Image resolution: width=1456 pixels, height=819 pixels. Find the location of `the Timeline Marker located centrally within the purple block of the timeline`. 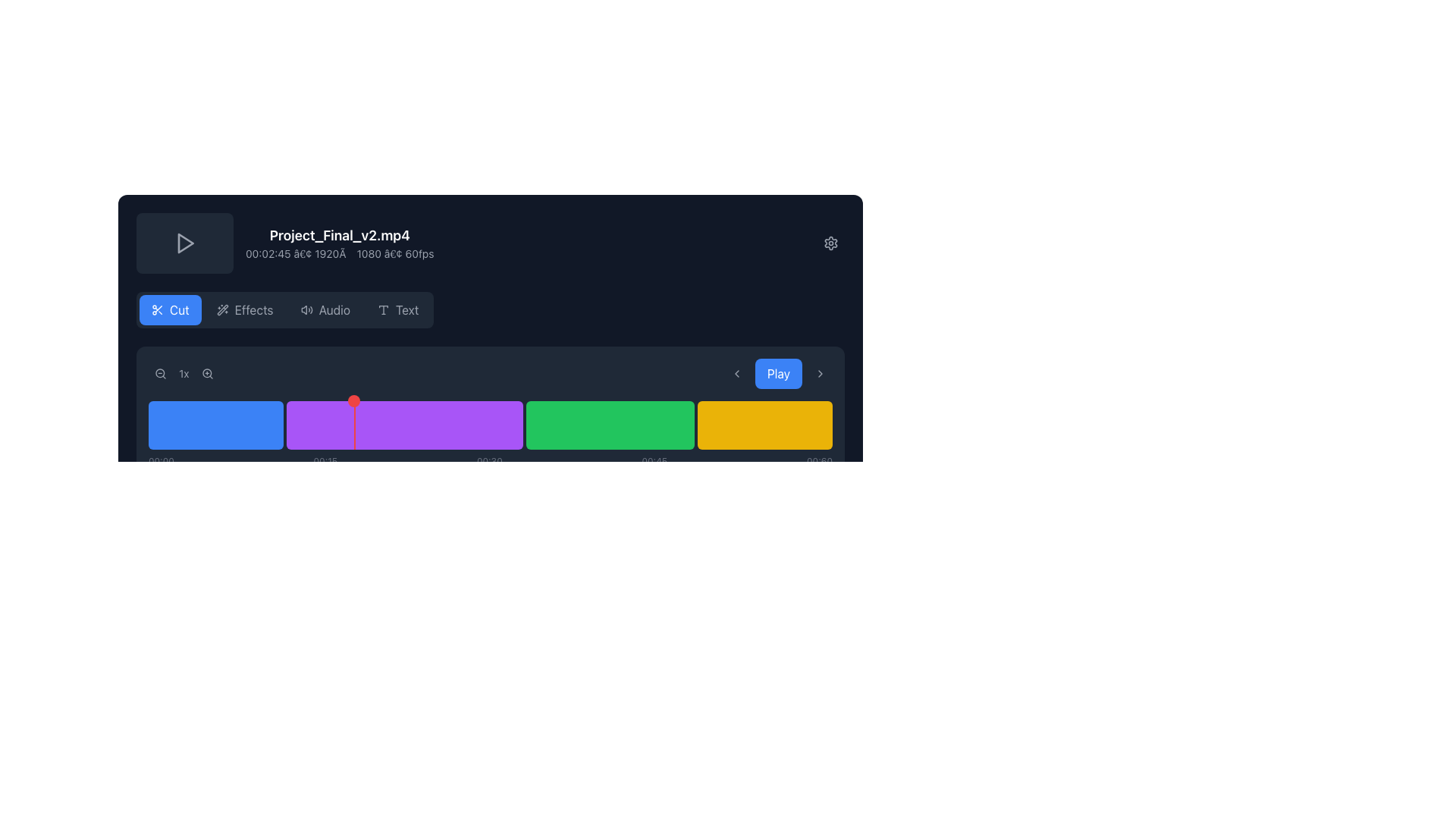

the Timeline Marker located centrally within the purple block of the timeline is located at coordinates (353, 425).